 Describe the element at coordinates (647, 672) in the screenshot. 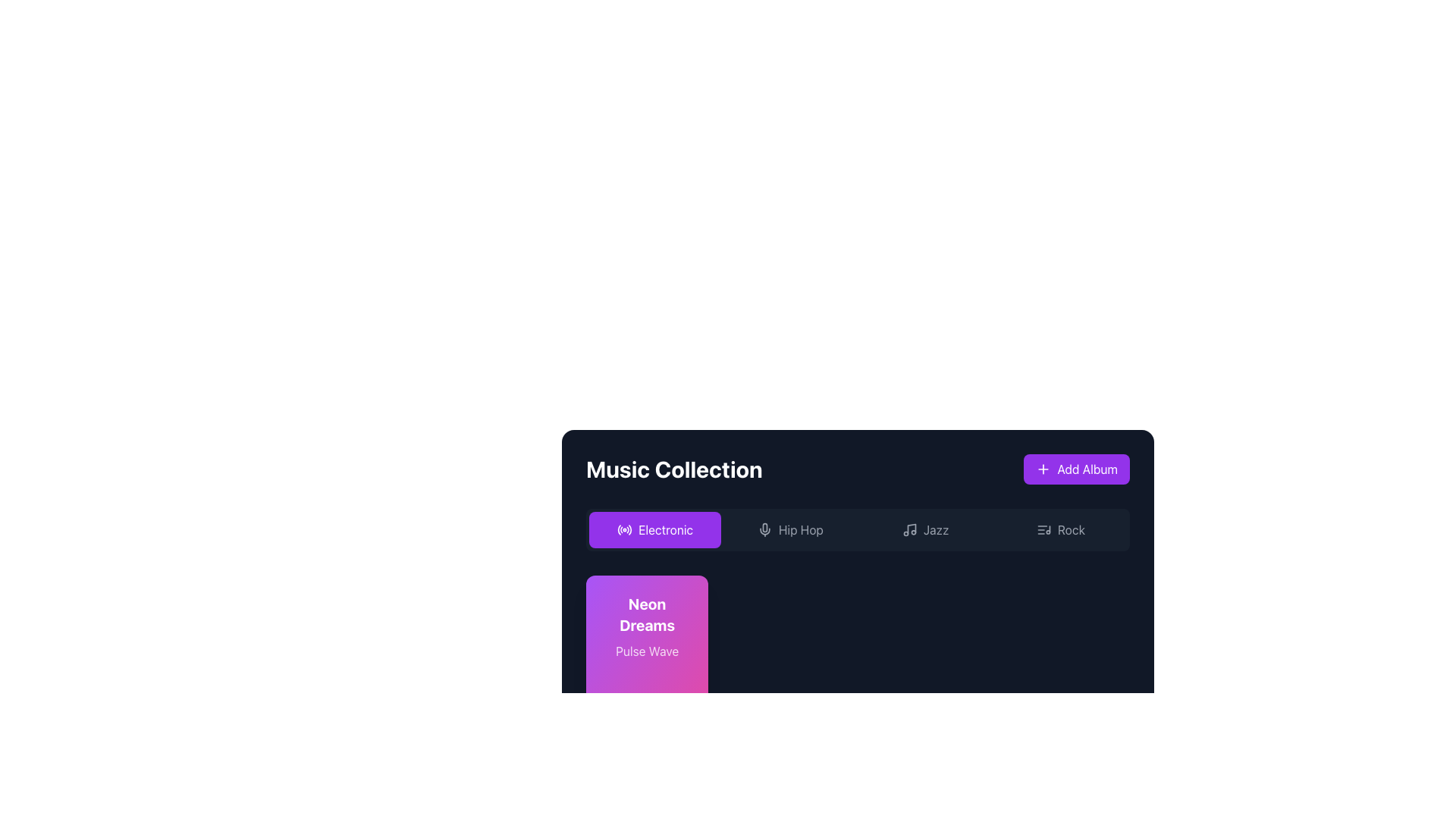

I see `the 'Neon Dreams' selection card located at the top-left corner of the grid layout` at that location.